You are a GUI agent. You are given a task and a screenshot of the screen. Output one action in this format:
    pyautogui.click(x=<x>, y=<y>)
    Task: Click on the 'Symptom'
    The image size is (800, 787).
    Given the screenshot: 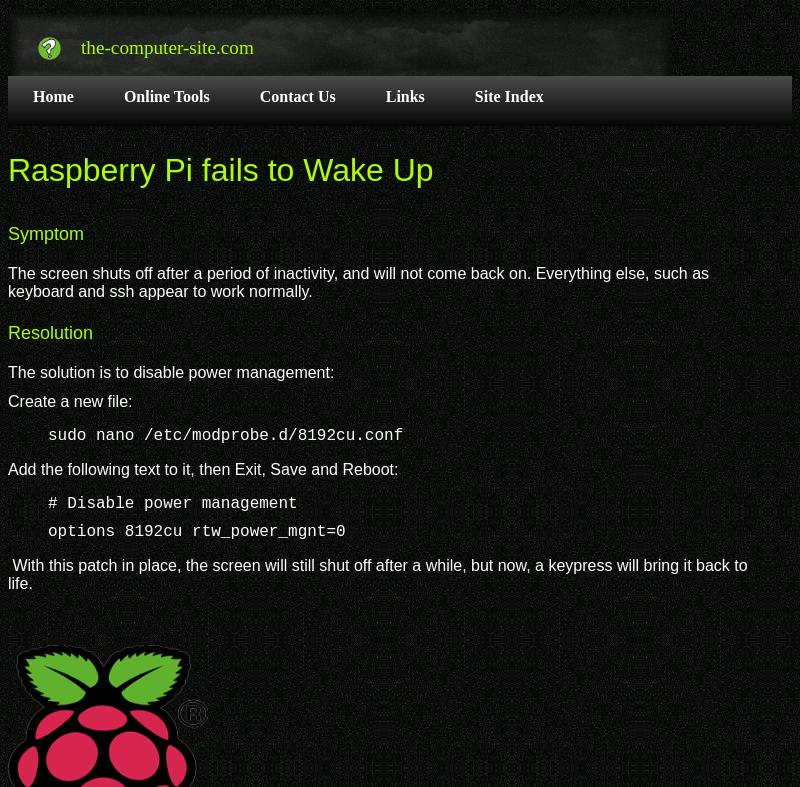 What is the action you would take?
    pyautogui.click(x=8, y=233)
    